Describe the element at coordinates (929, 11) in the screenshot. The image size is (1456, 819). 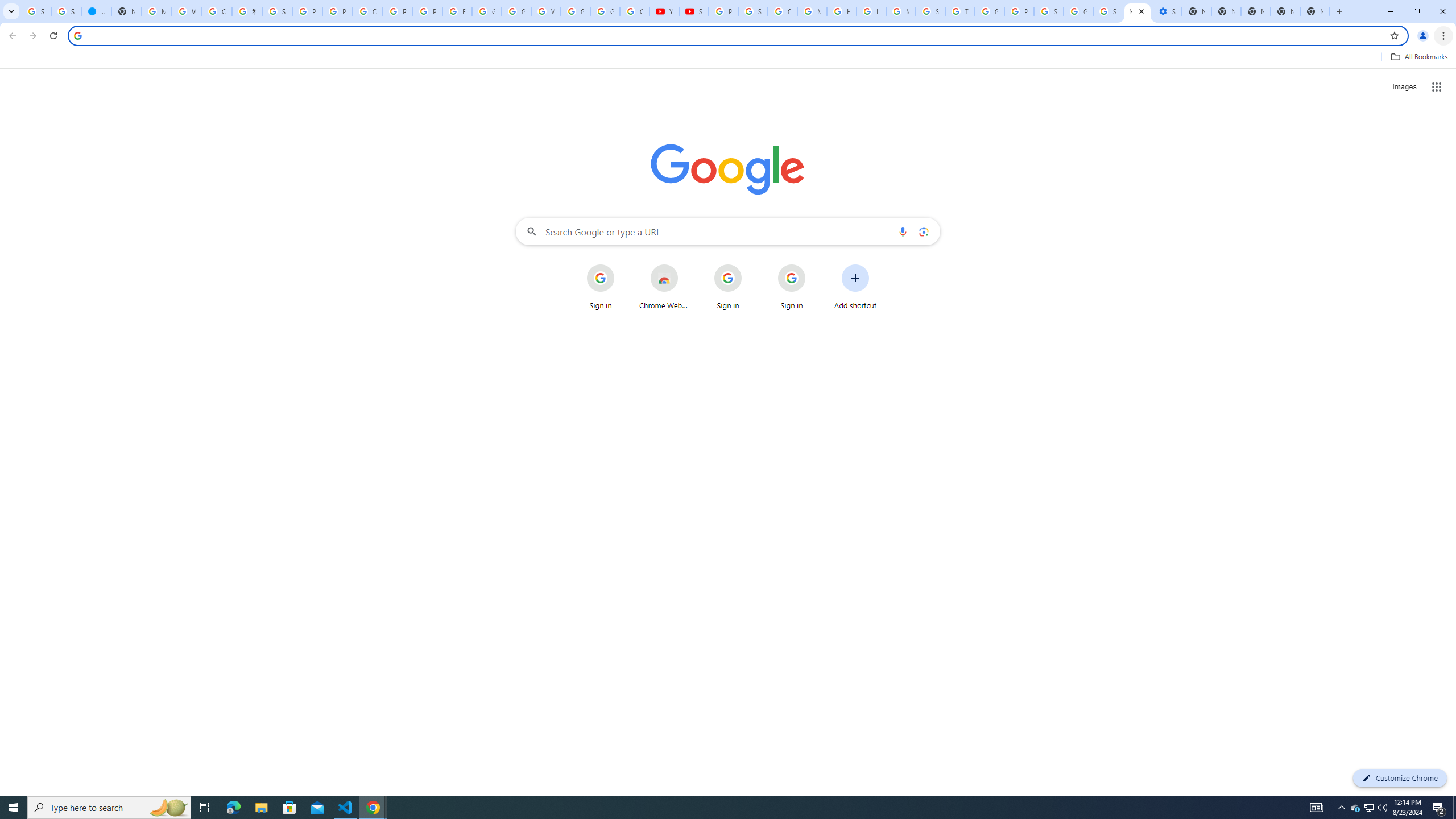
I see `'Search our Doodle Library Collection - Google Doodles'` at that location.